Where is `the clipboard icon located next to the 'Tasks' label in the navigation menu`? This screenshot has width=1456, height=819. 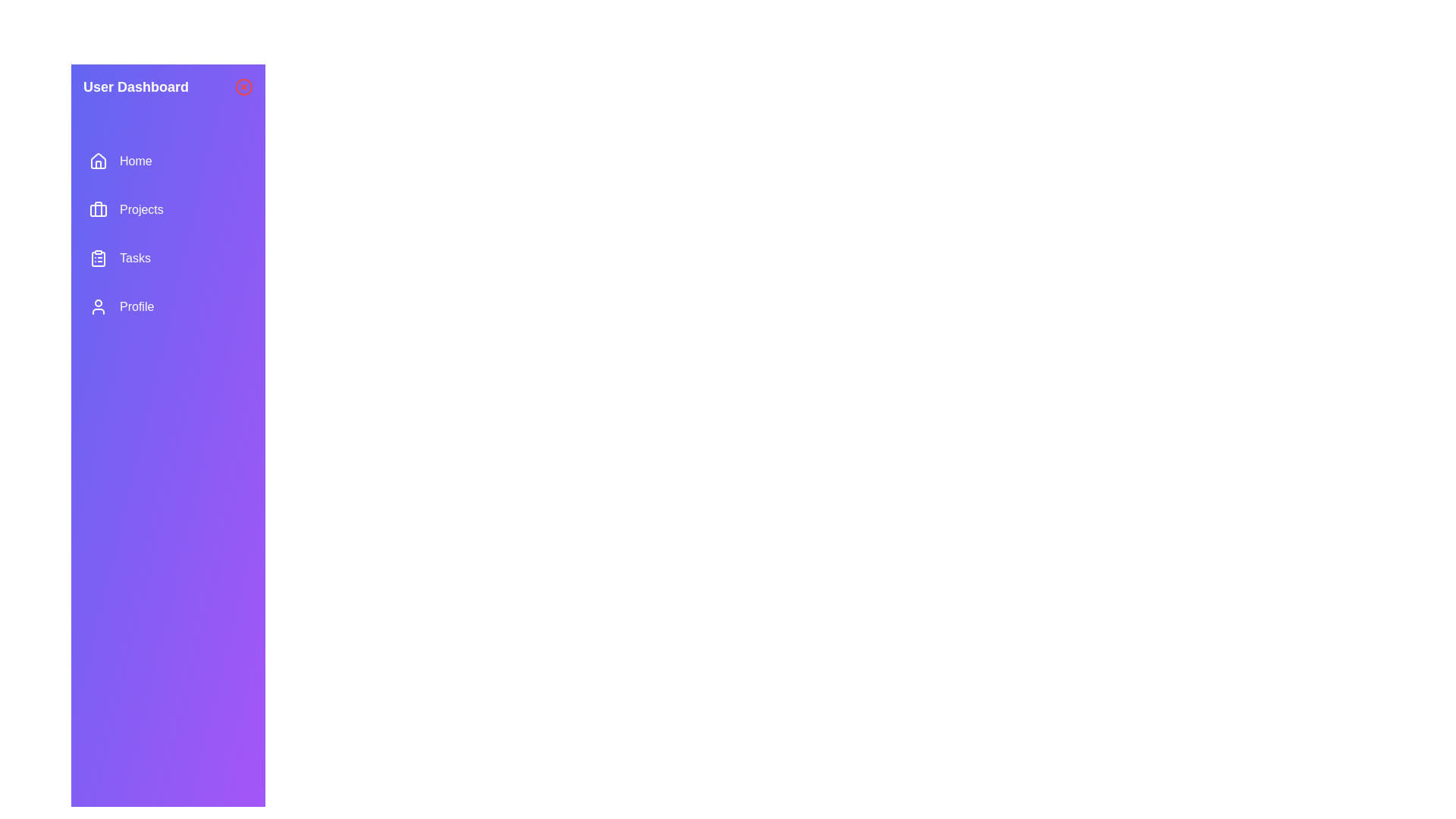 the clipboard icon located next to the 'Tasks' label in the navigation menu is located at coordinates (97, 257).